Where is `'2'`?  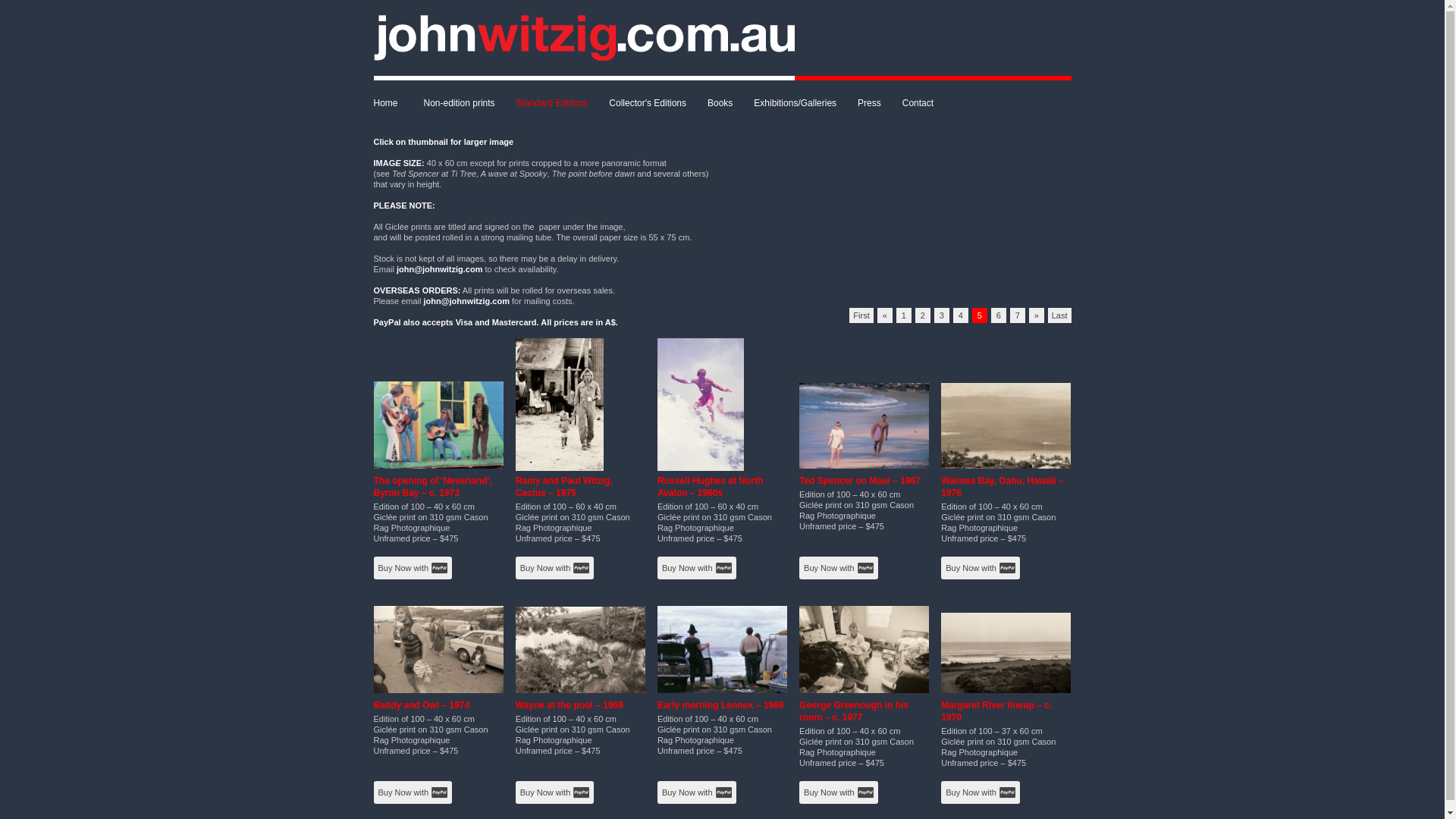
'2' is located at coordinates (922, 315).